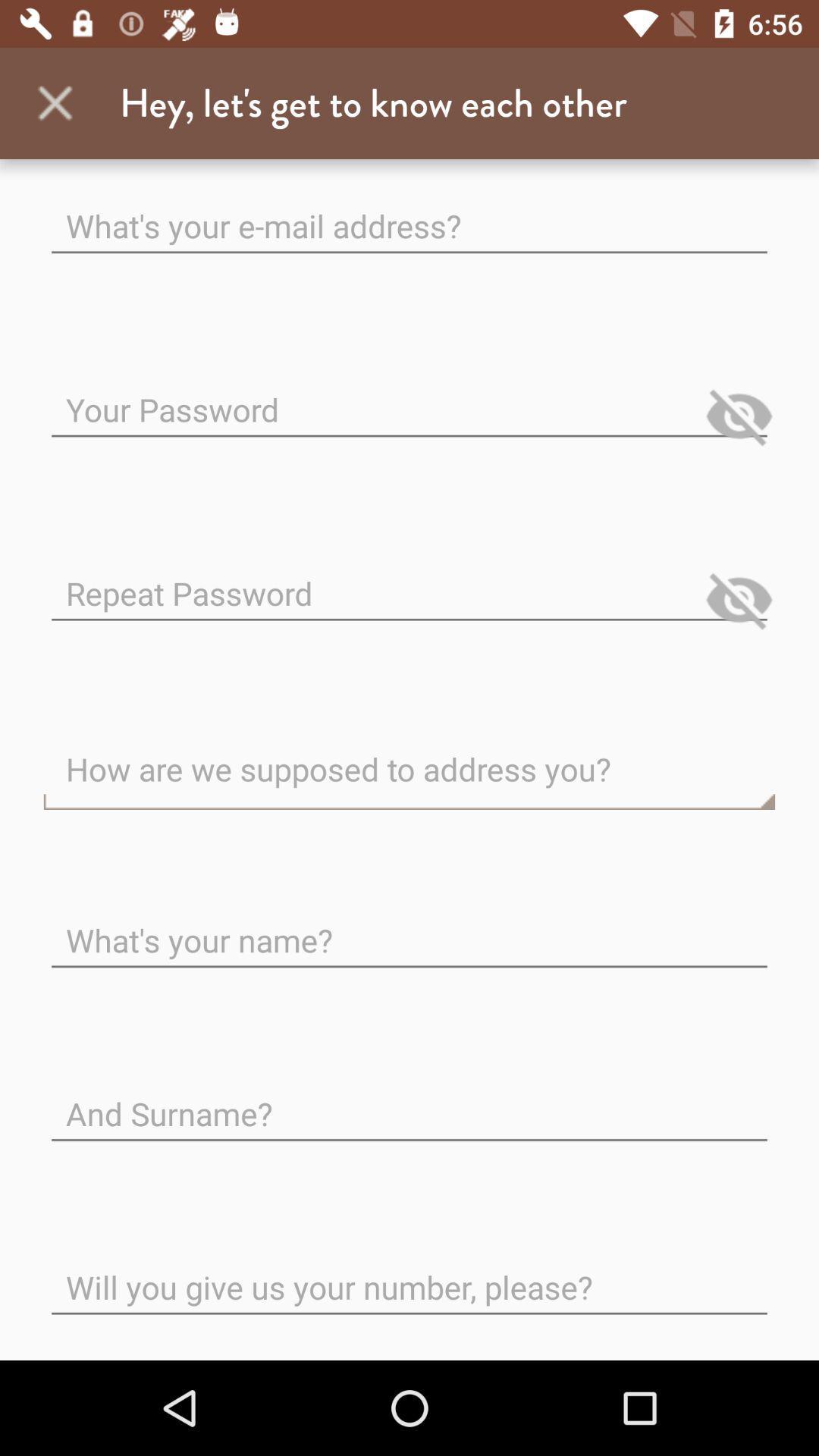 This screenshot has height=1456, width=819. I want to click on hide password, so click(739, 599).